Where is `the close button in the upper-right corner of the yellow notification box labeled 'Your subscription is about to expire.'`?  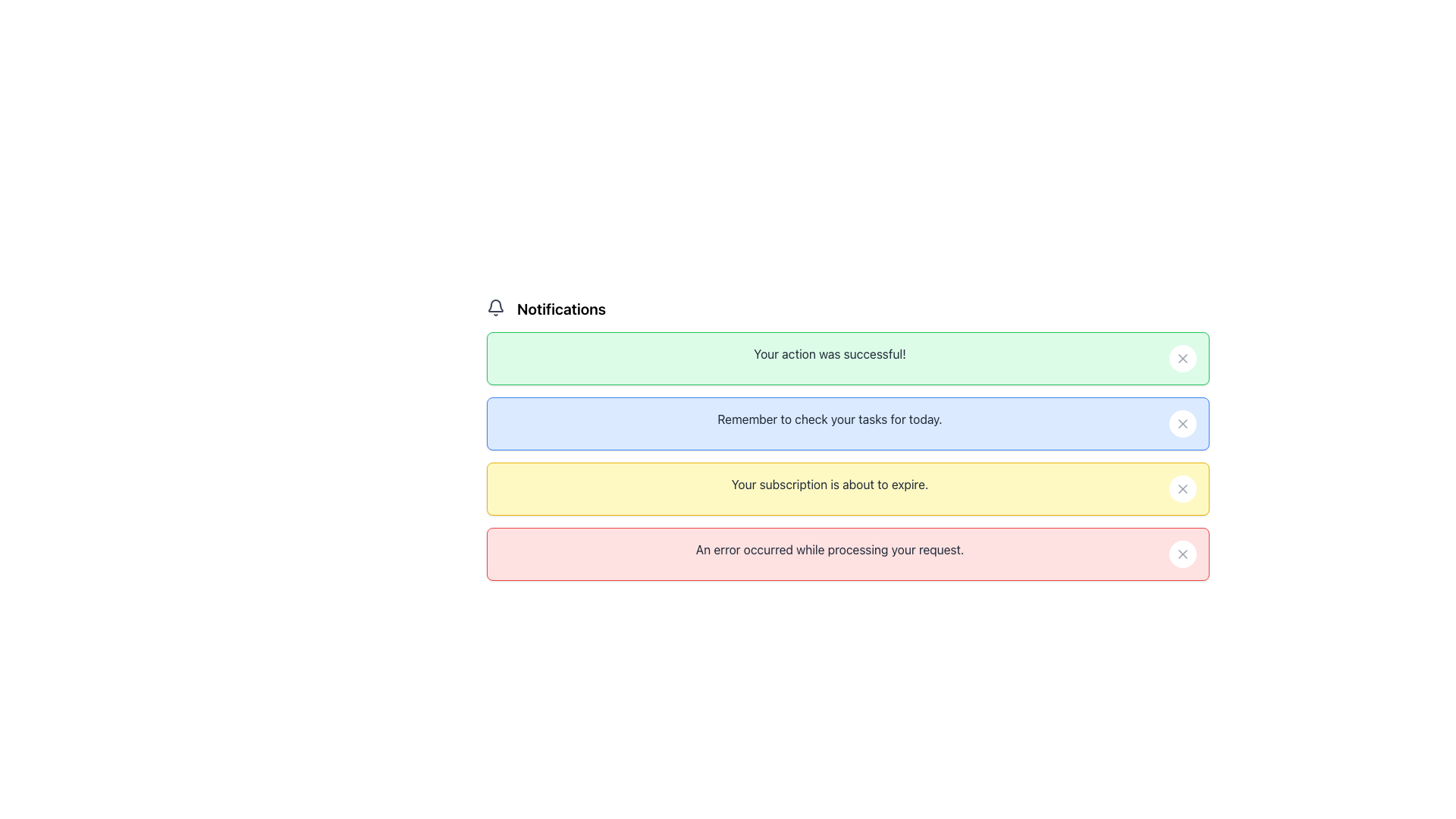 the close button in the upper-right corner of the yellow notification box labeled 'Your subscription is about to expire.' is located at coordinates (1182, 488).